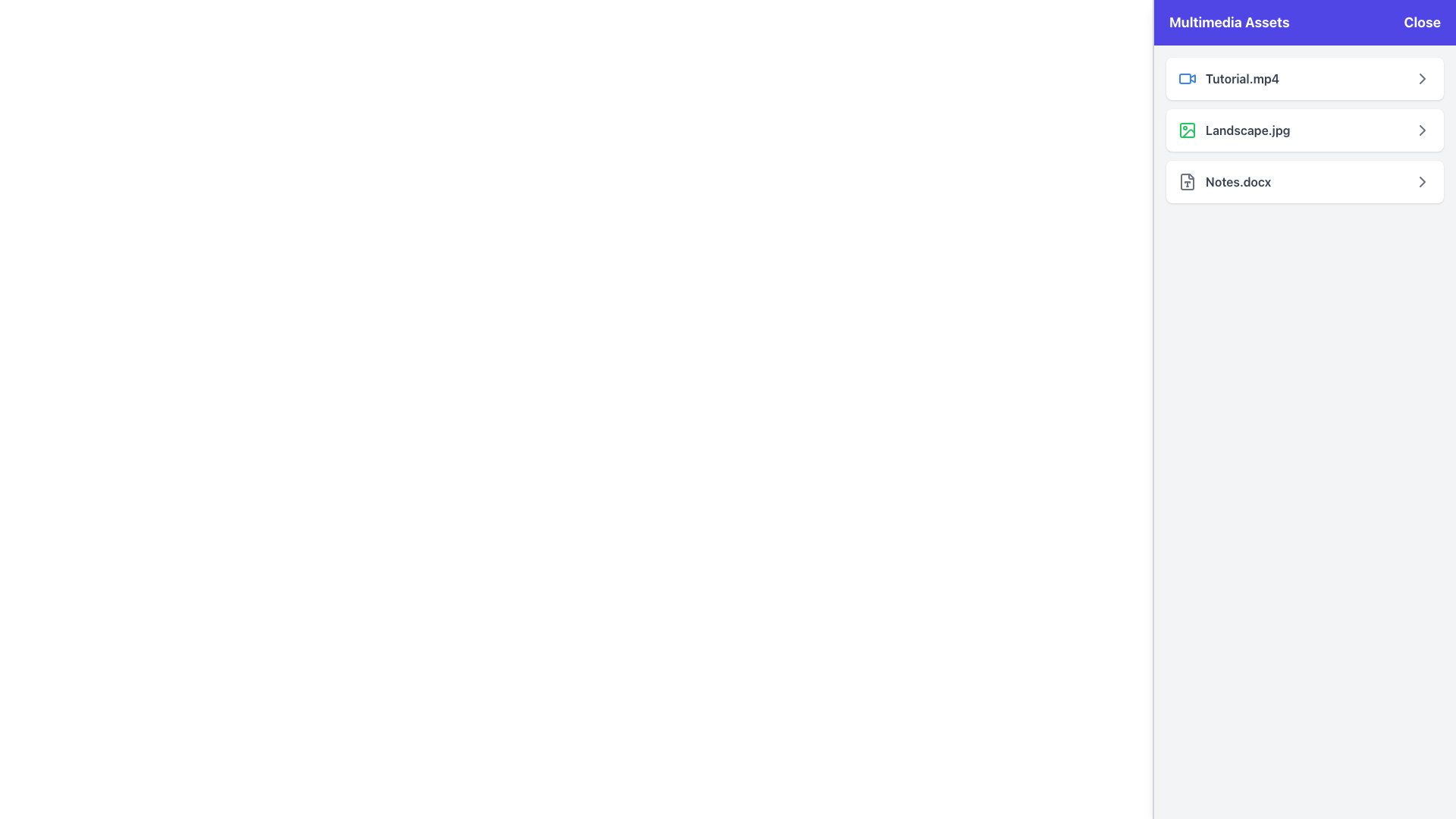 The image size is (1456, 819). What do you see at coordinates (1304, 79) in the screenshot?
I see `the first multimedia file item in the sidebar list` at bounding box center [1304, 79].